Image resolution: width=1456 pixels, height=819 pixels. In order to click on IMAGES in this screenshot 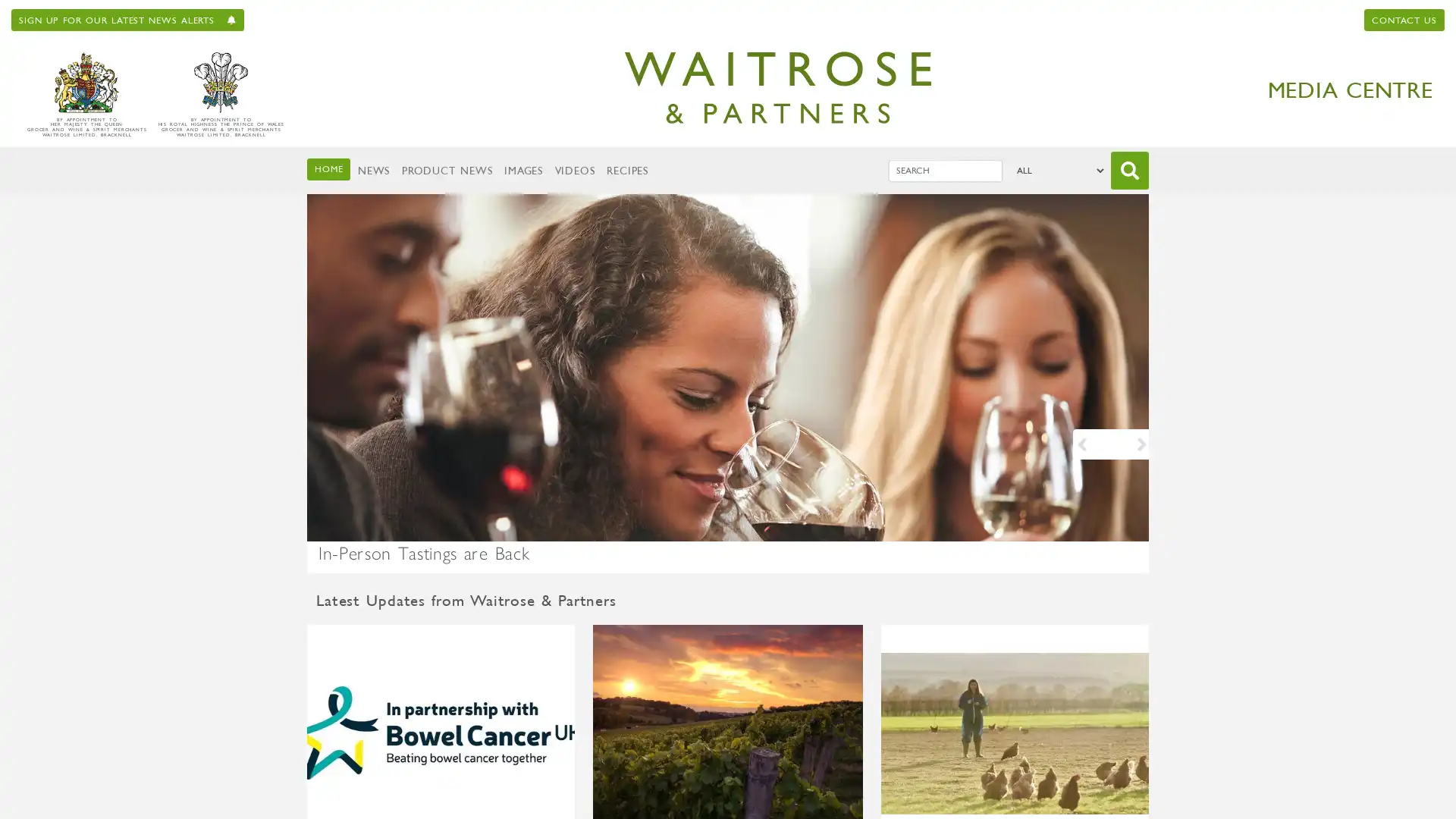, I will do `click(523, 170)`.